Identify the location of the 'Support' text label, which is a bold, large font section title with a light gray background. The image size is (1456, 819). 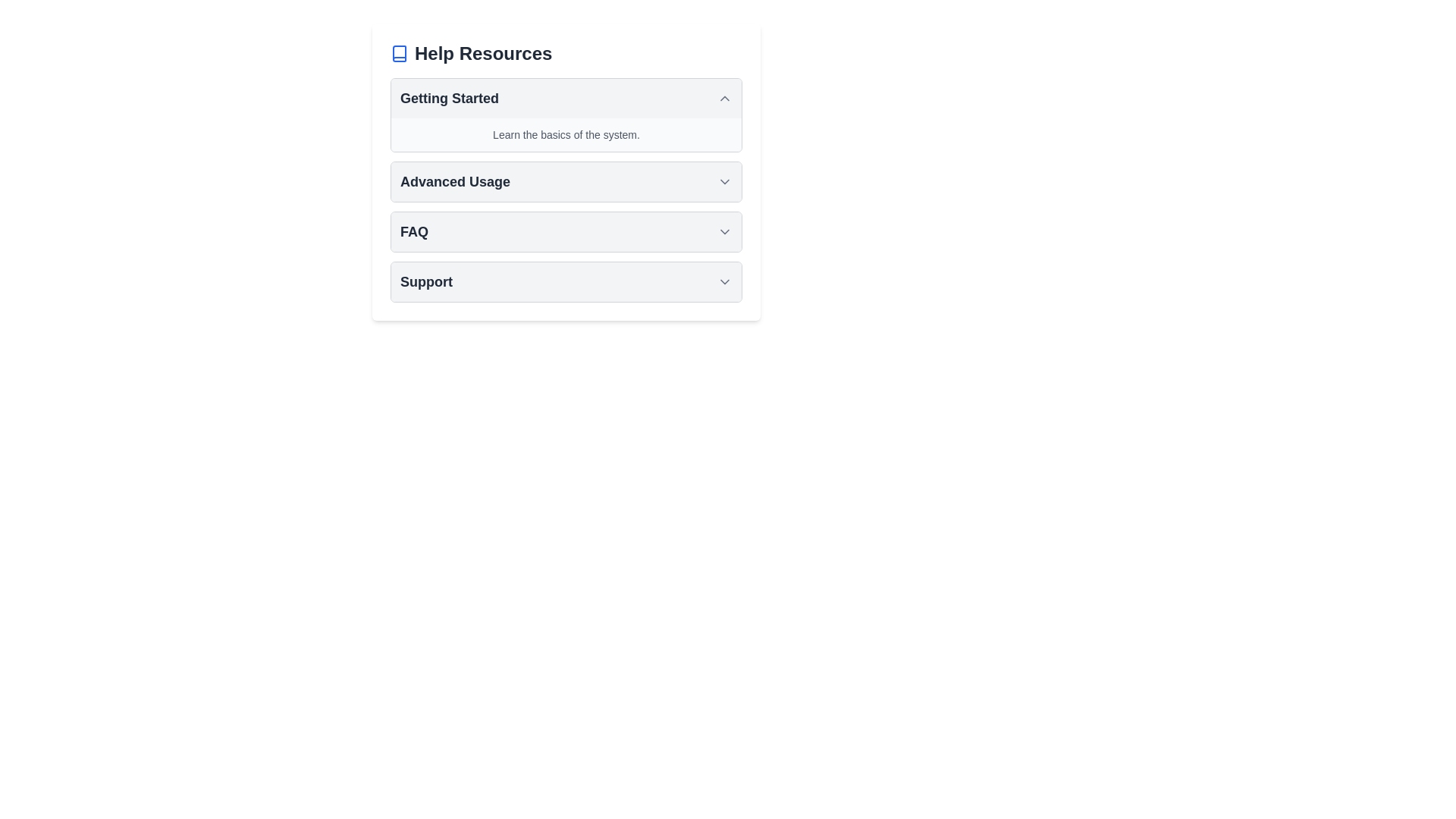
(425, 281).